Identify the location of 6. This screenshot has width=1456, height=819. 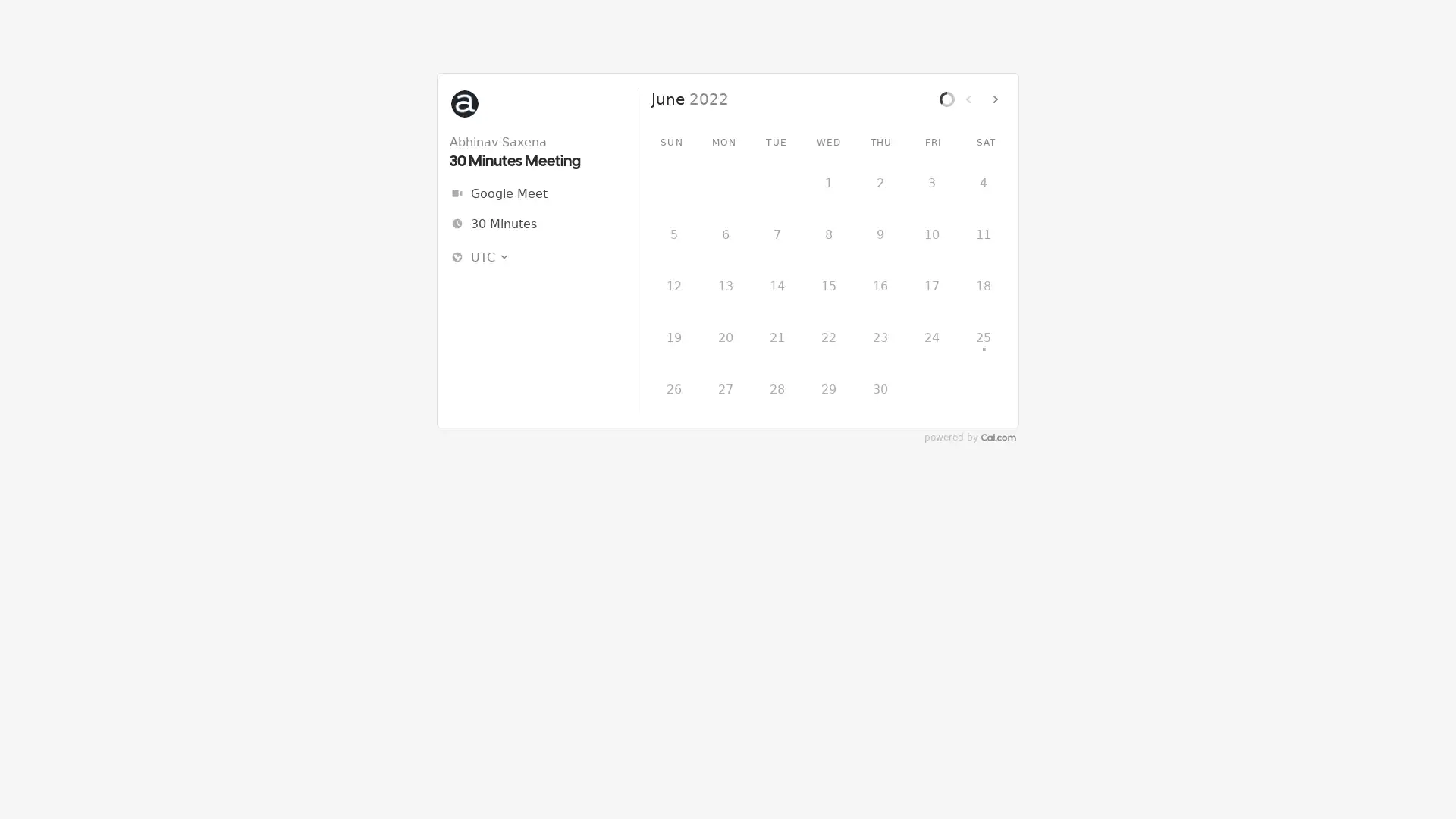
(724, 234).